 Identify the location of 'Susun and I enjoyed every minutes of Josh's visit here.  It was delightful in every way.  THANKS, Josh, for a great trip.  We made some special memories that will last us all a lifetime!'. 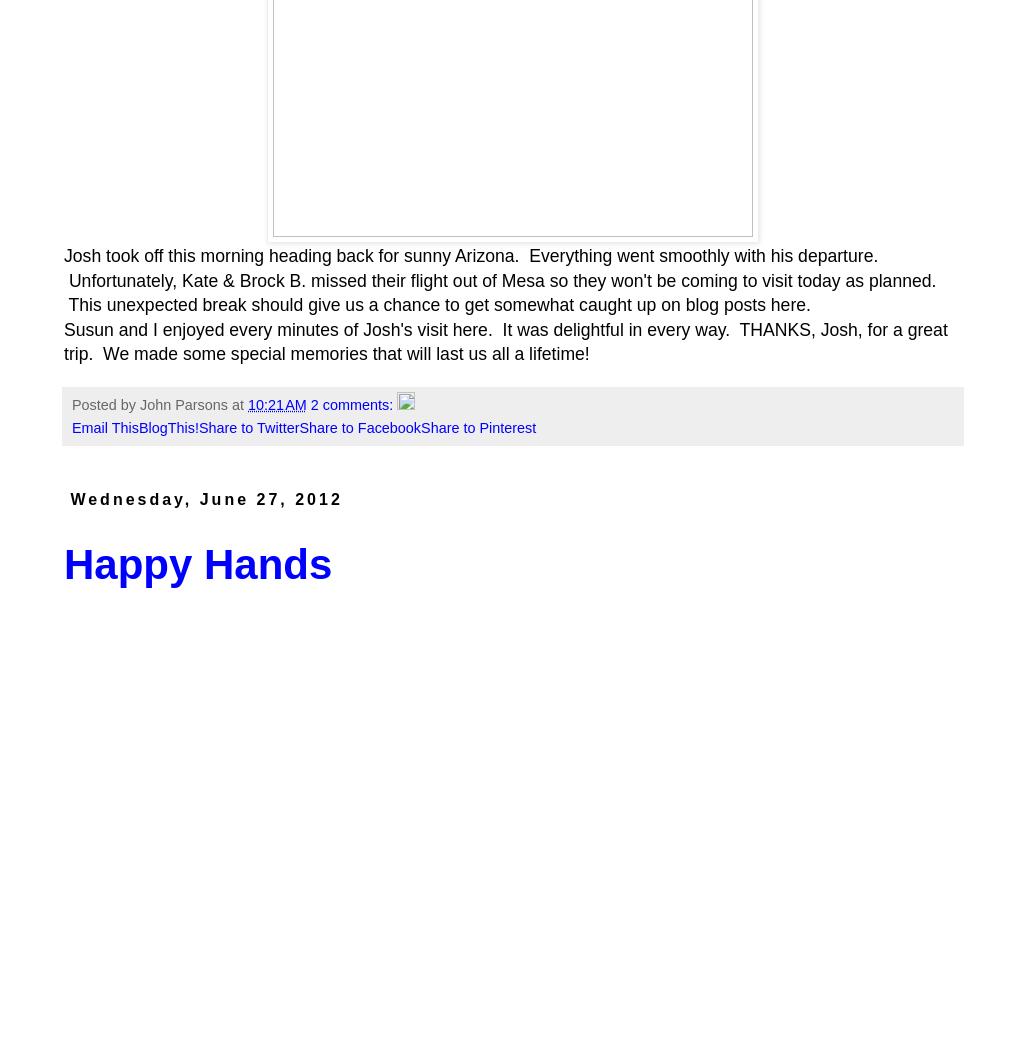
(64, 341).